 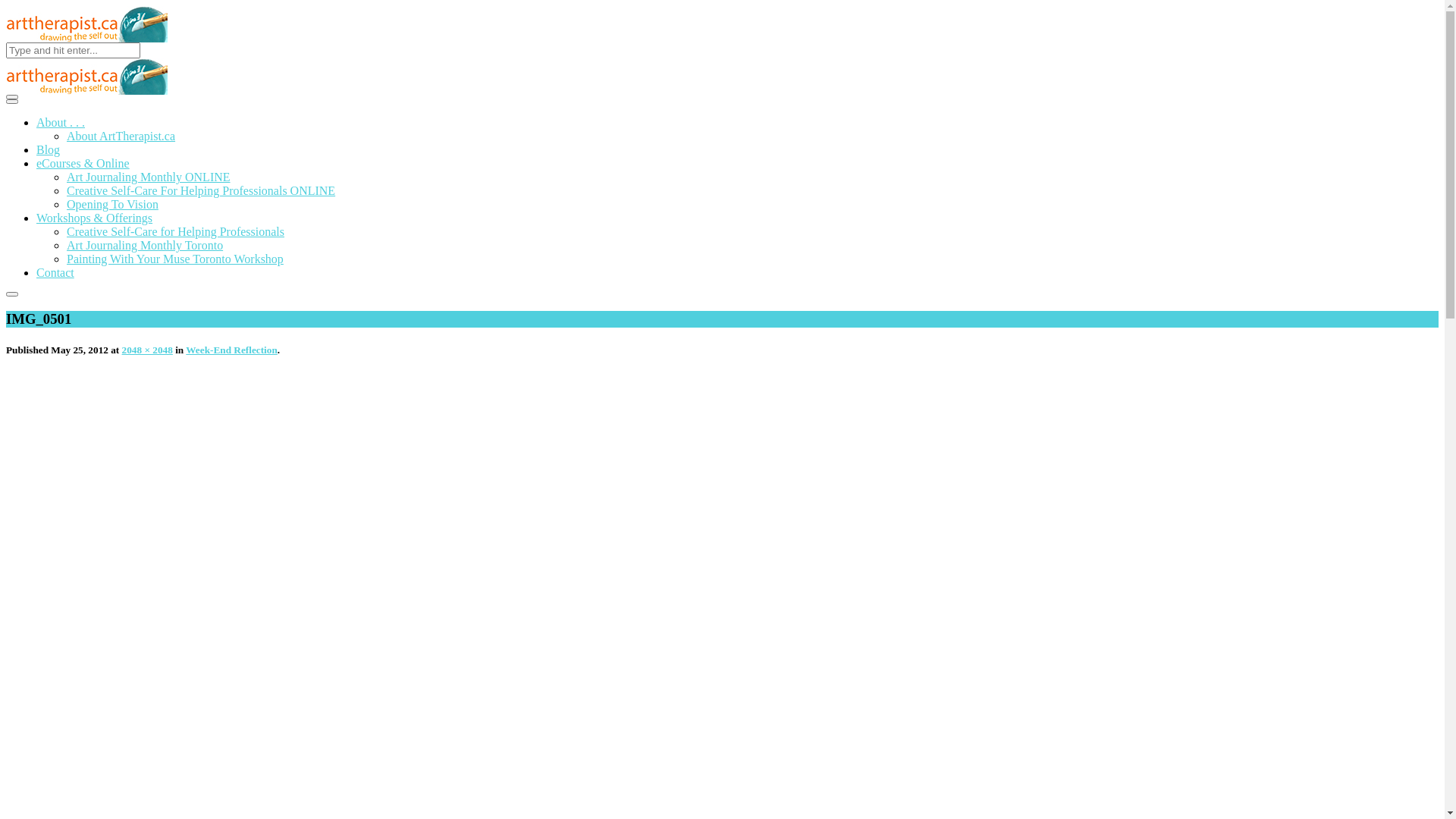 I want to click on 'Creative Self-Care For Helping Professionals ONLINE', so click(x=199, y=190).